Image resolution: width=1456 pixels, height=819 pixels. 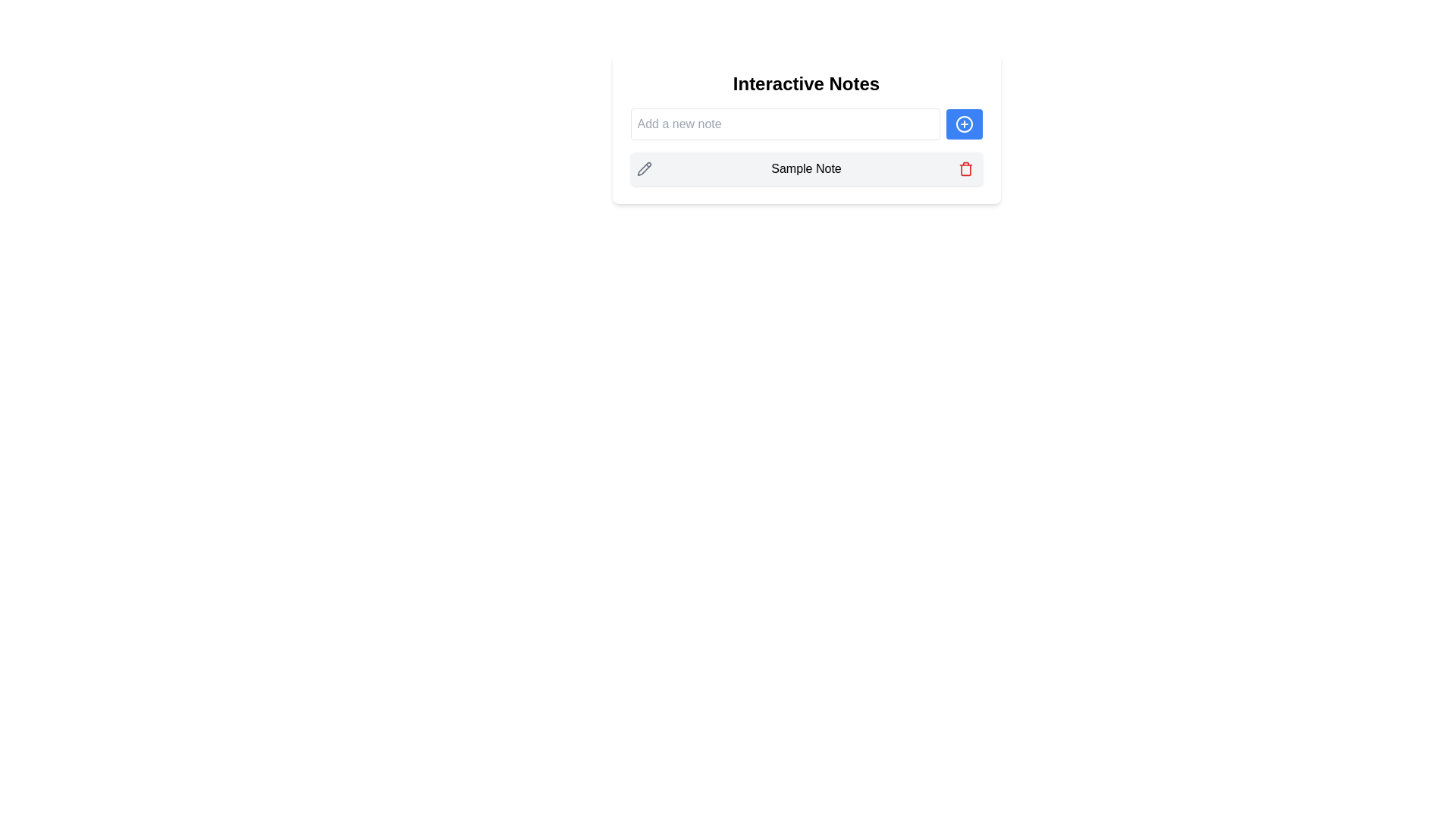 What do you see at coordinates (965, 169) in the screenshot?
I see `the delete button (icon-based) located at the far-right side of the note entry titled 'Sample Note'` at bounding box center [965, 169].